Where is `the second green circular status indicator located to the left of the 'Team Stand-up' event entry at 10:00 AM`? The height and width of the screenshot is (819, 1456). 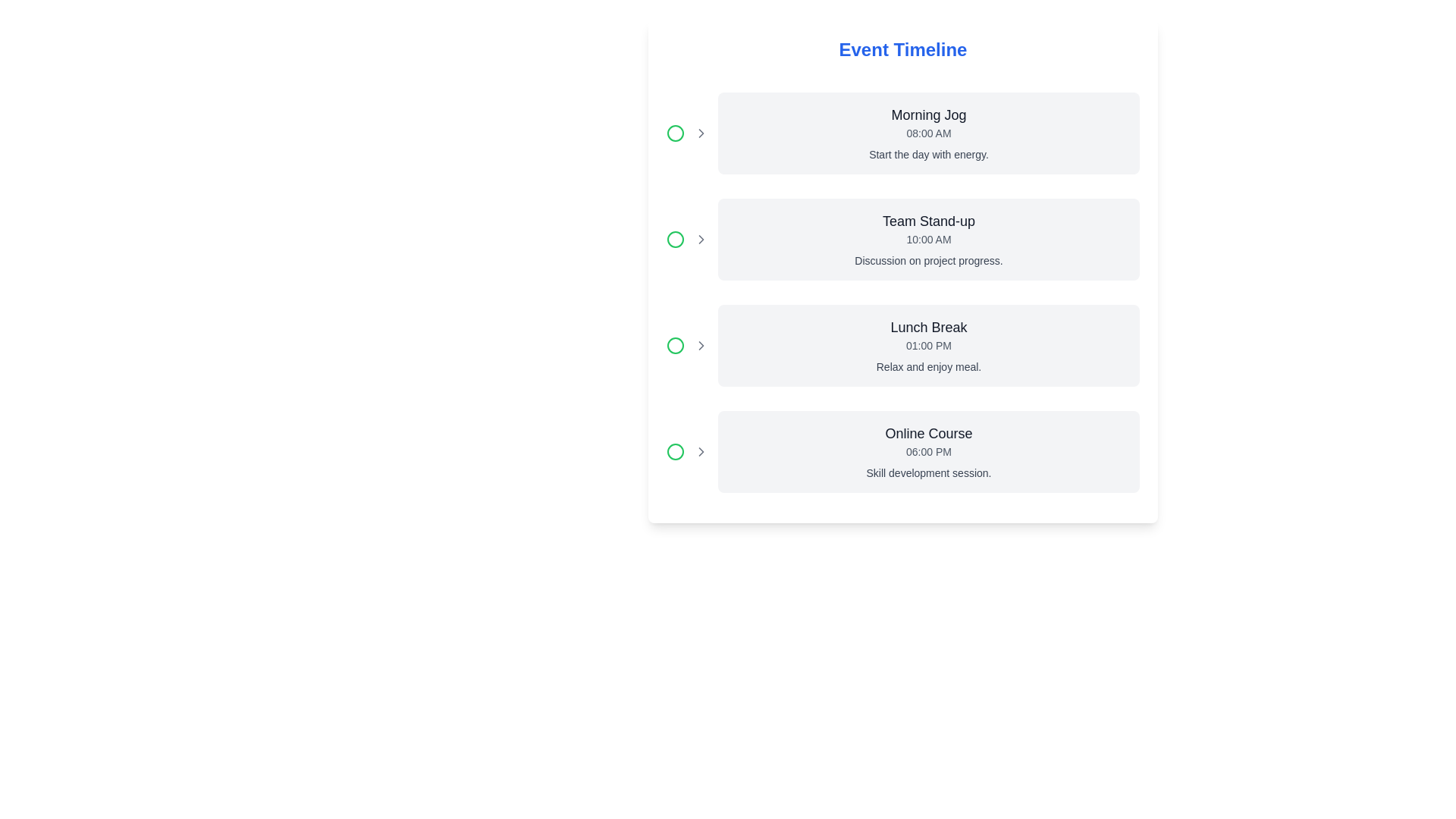
the second green circular status indicator located to the left of the 'Team Stand-up' event entry at 10:00 AM is located at coordinates (675, 239).